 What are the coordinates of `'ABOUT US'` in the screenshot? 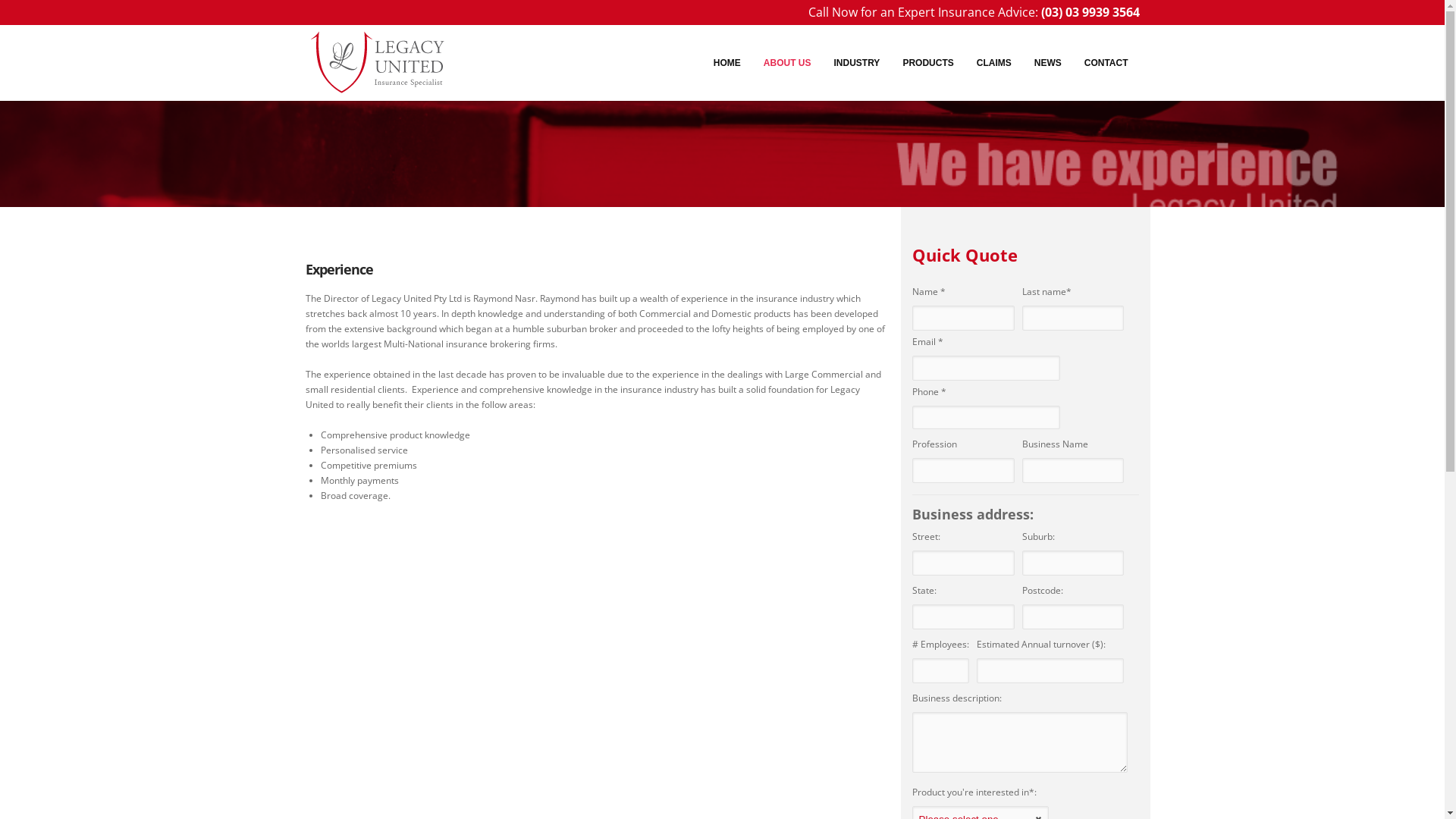 It's located at (752, 62).